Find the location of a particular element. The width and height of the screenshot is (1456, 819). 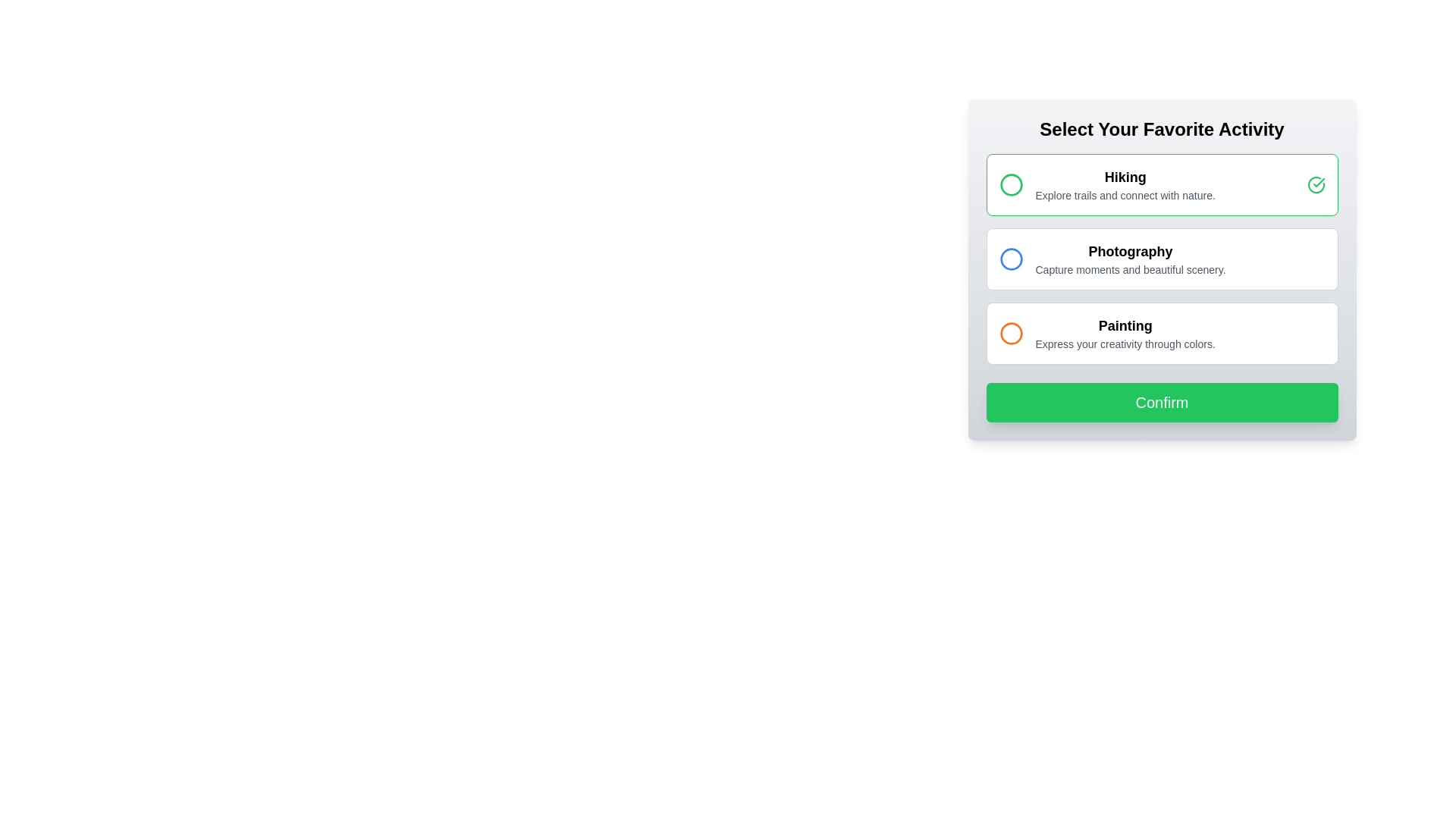

the text content that describes the 'Hiking' activity option, which is located in the vertical list under 'Select Your Favorite Activity', positioned to the right of the circular icon and above the checkmark icon is located at coordinates (1125, 184).